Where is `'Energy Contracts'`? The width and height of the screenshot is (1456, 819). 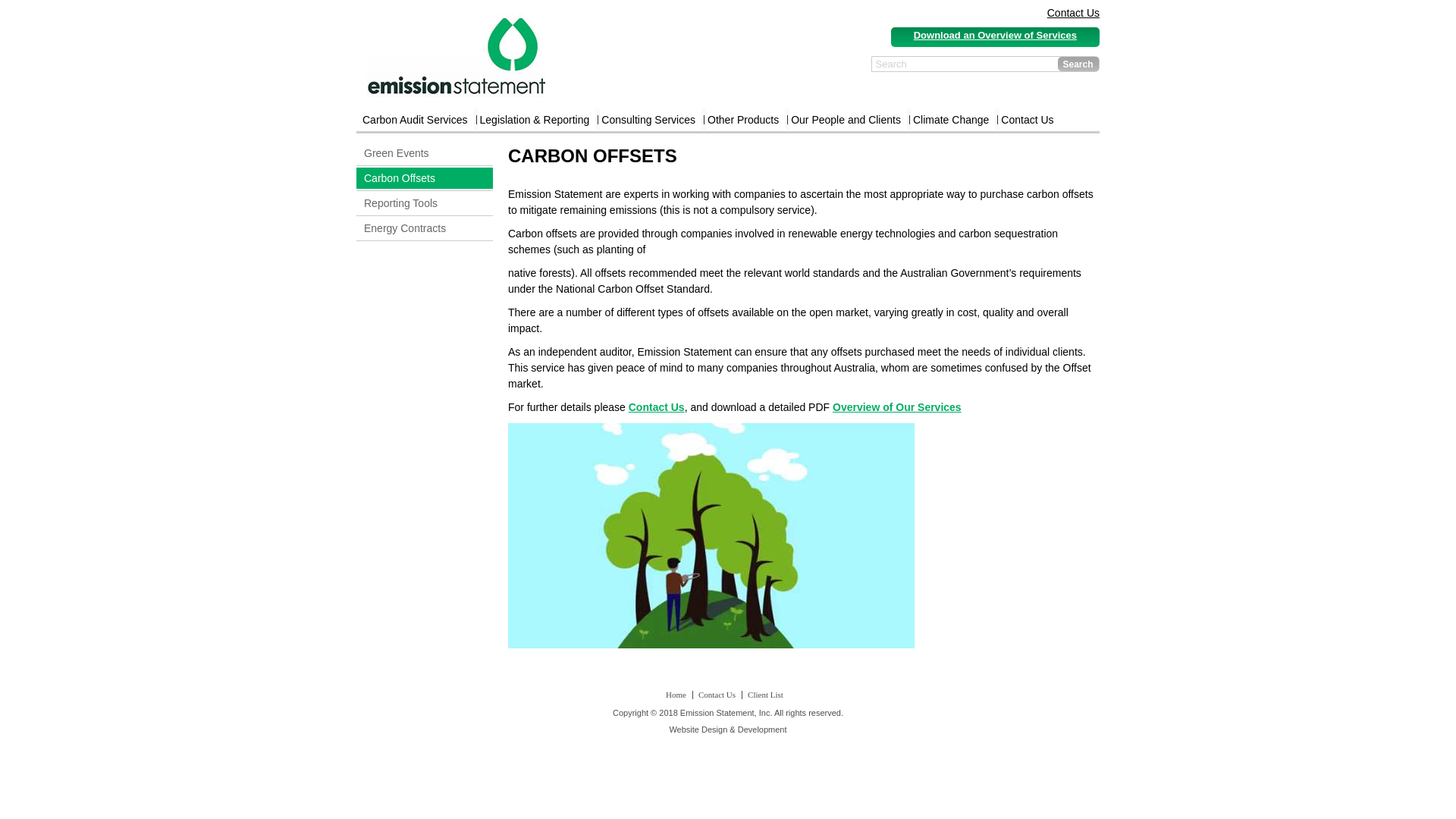 'Energy Contracts' is located at coordinates (425, 227).